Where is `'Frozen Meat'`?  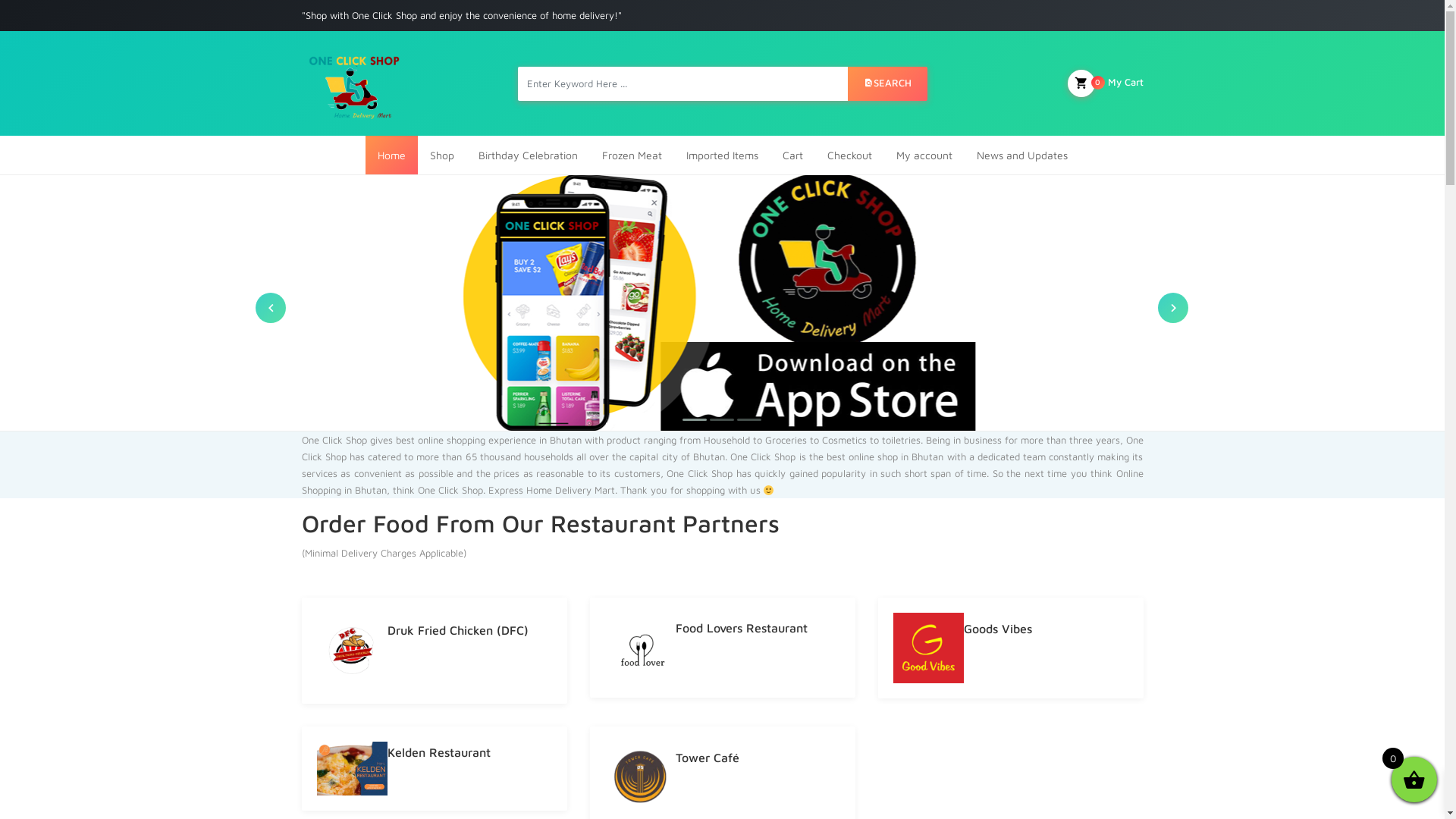
'Frozen Meat' is located at coordinates (632, 155).